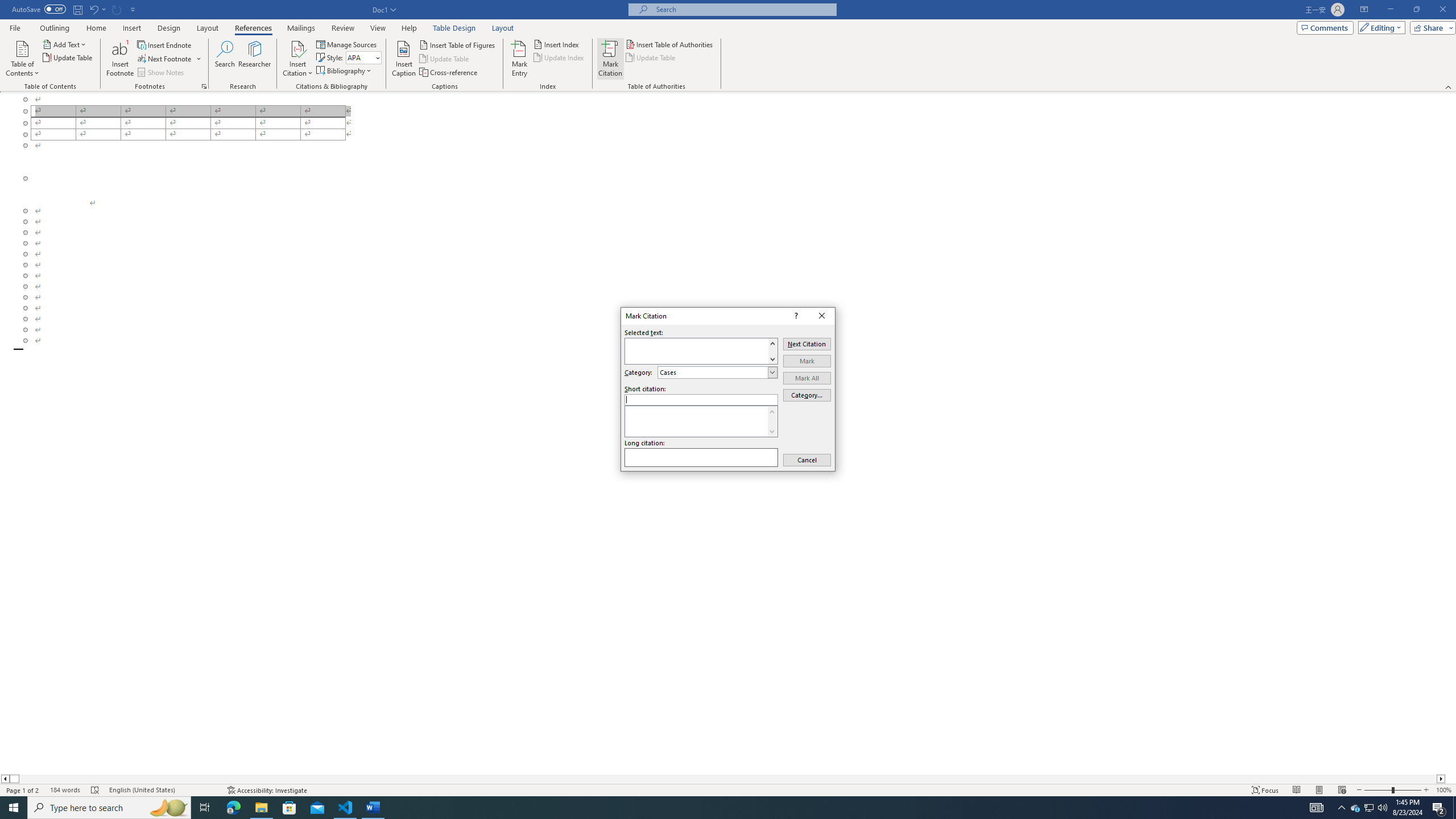  I want to click on 'Line down', so click(772, 431).